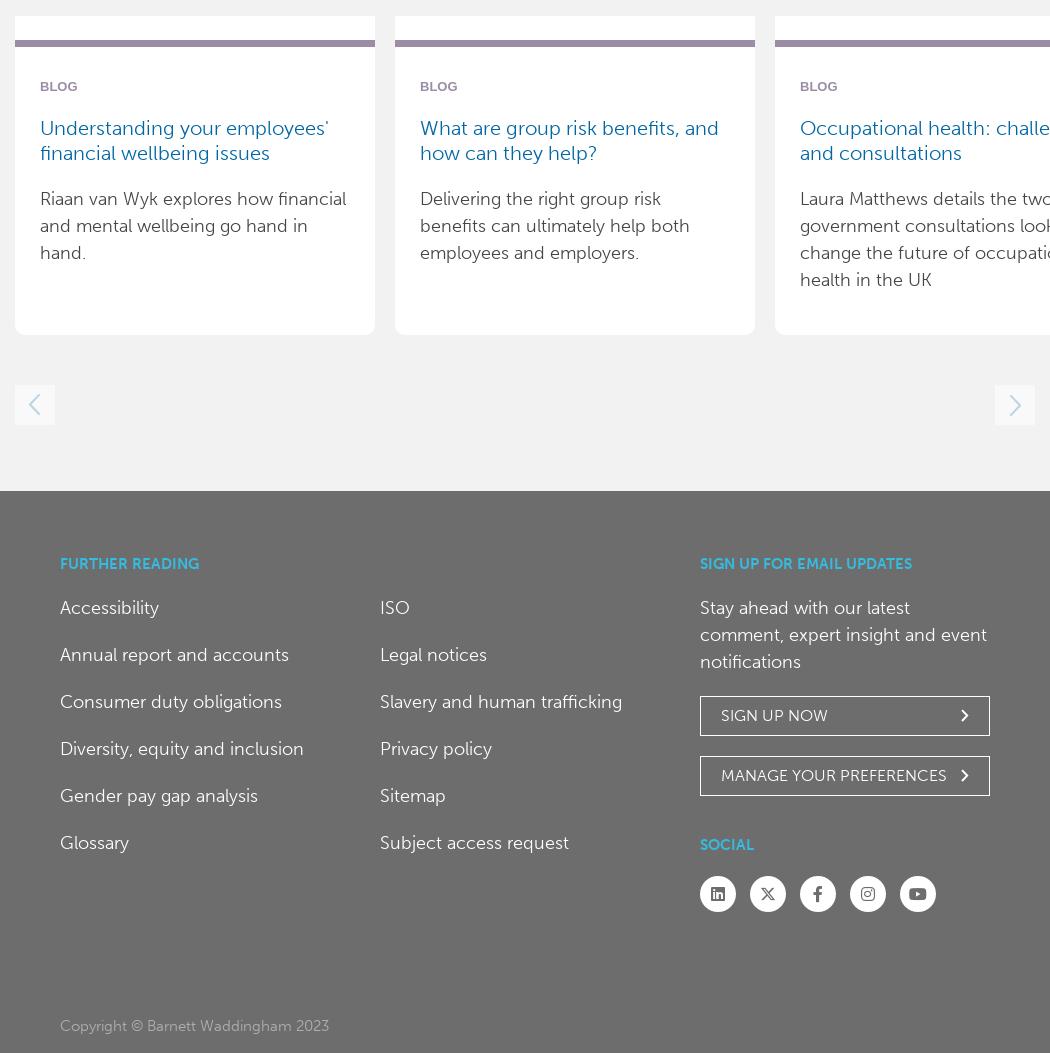 Image resolution: width=1050 pixels, height=1053 pixels. Describe the element at coordinates (431, 653) in the screenshot. I see `'Legal notices'` at that location.